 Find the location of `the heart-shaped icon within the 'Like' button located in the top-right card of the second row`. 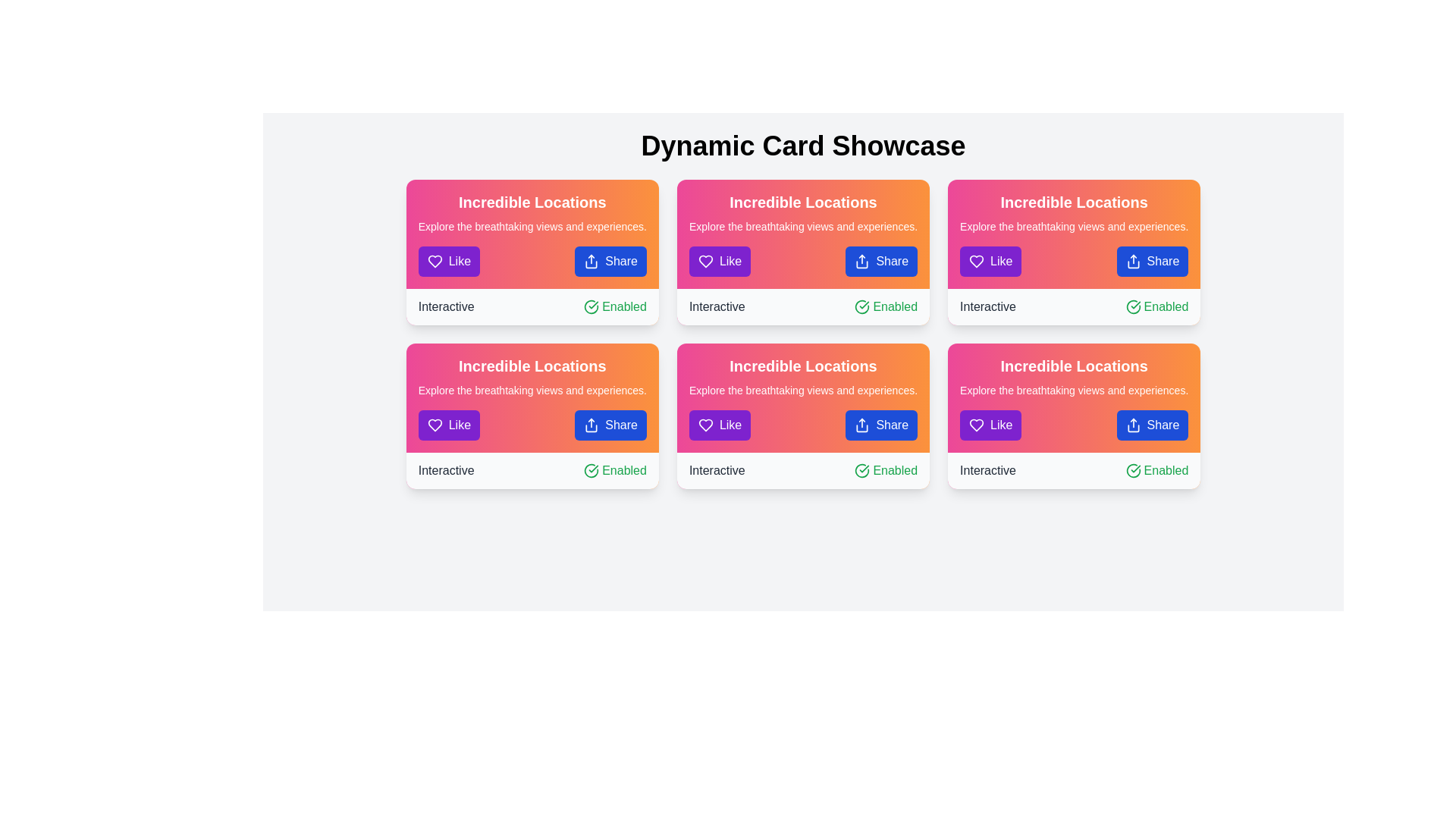

the heart-shaped icon within the 'Like' button located in the top-right card of the second row is located at coordinates (434, 260).